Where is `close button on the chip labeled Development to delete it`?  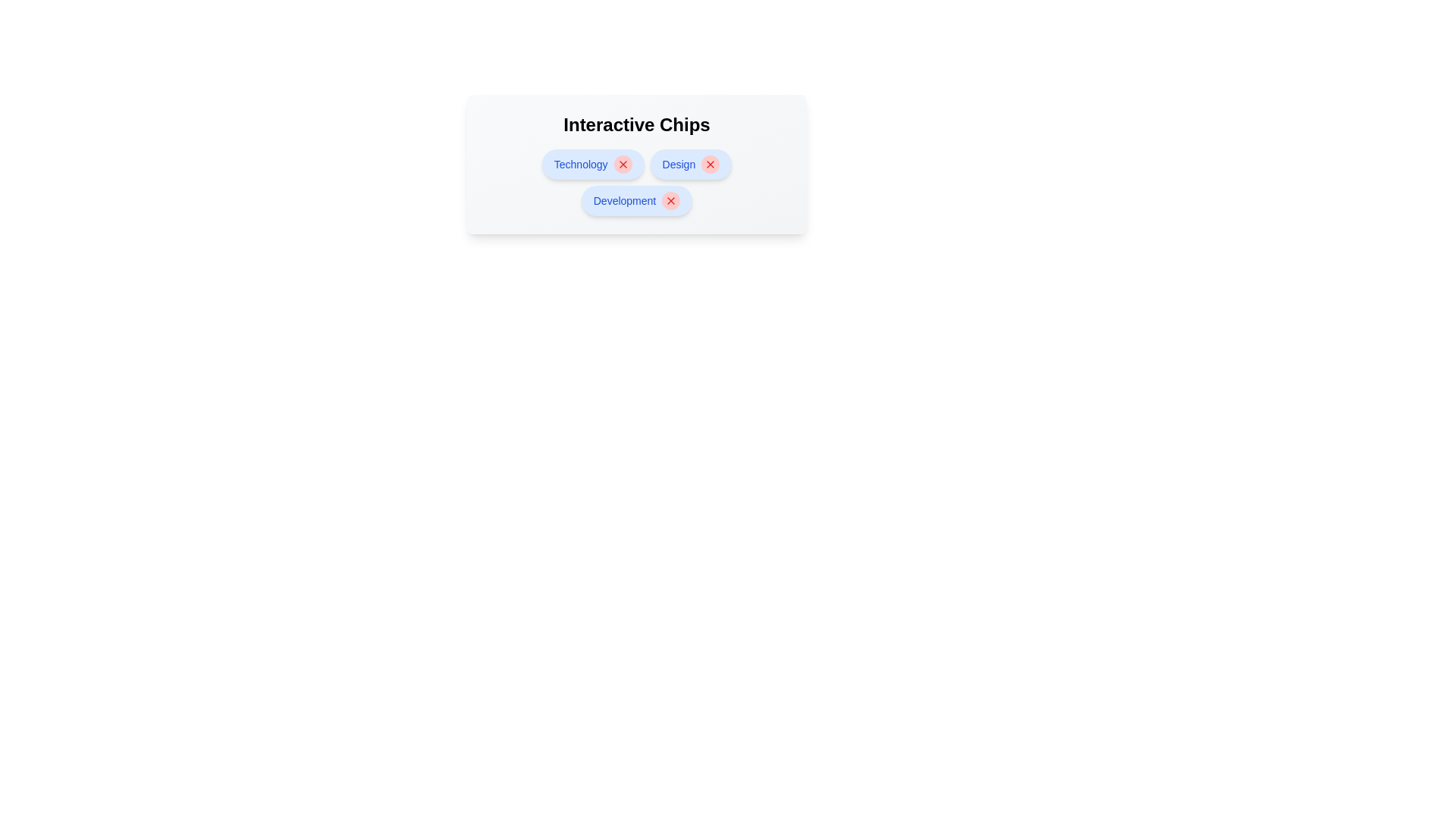
close button on the chip labeled Development to delete it is located at coordinates (670, 200).